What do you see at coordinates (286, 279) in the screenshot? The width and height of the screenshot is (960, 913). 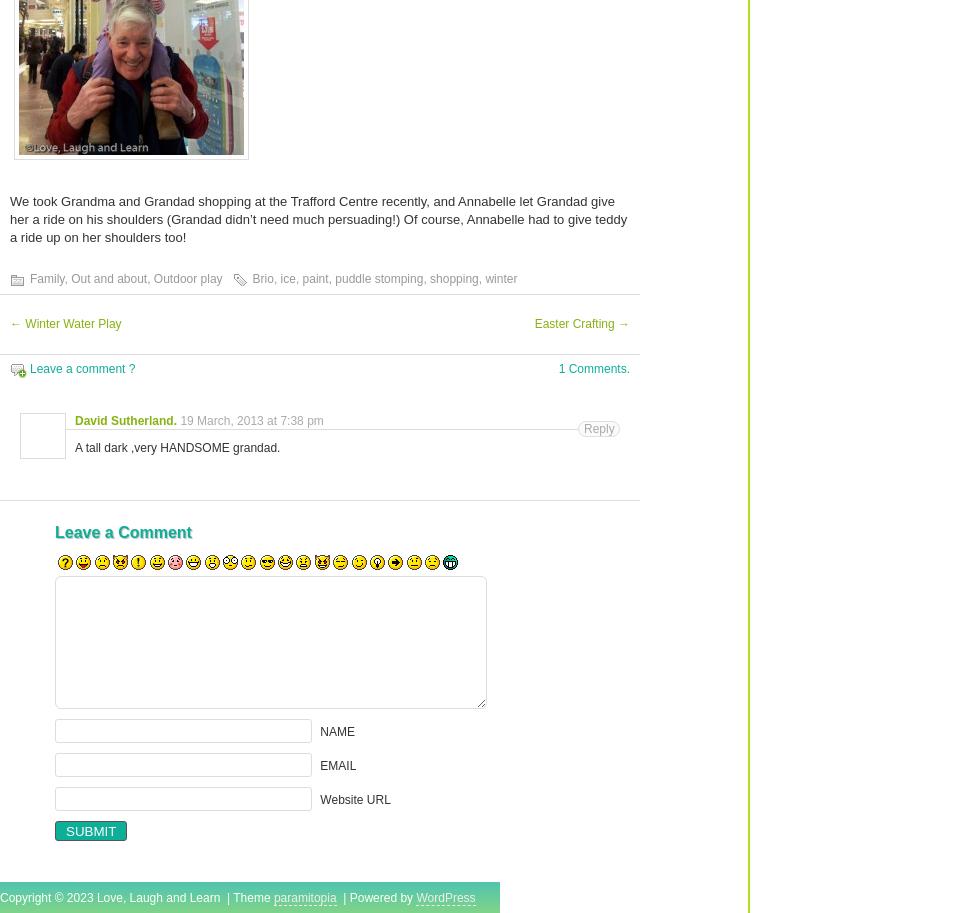 I see `'ice'` at bounding box center [286, 279].